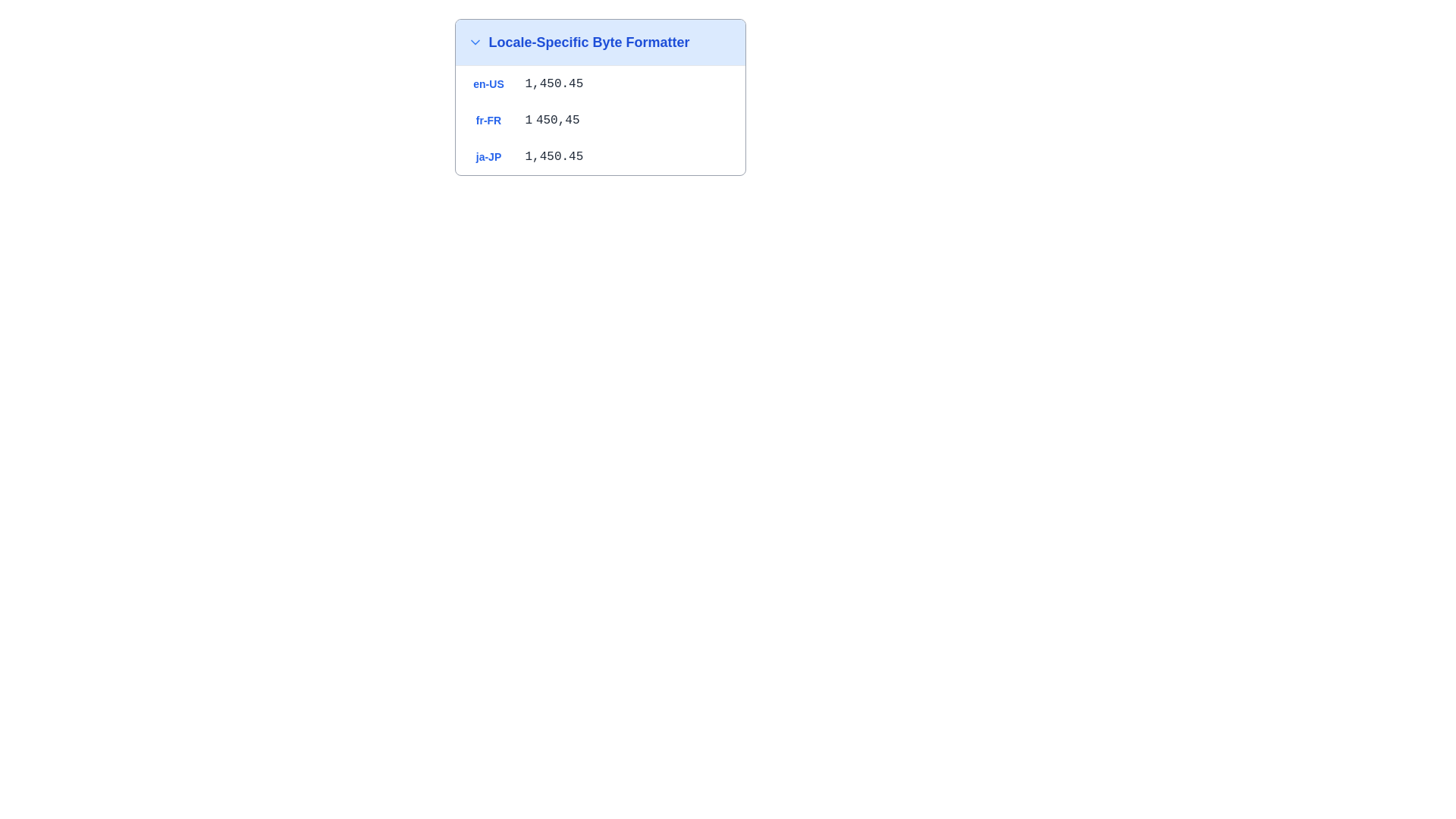 The image size is (1456, 819). I want to click on the text label displaying 'en-US' in a blue-colored, bold font, located in the topmost row under 'Locale-Specific Byte Formatter.', so click(488, 84).